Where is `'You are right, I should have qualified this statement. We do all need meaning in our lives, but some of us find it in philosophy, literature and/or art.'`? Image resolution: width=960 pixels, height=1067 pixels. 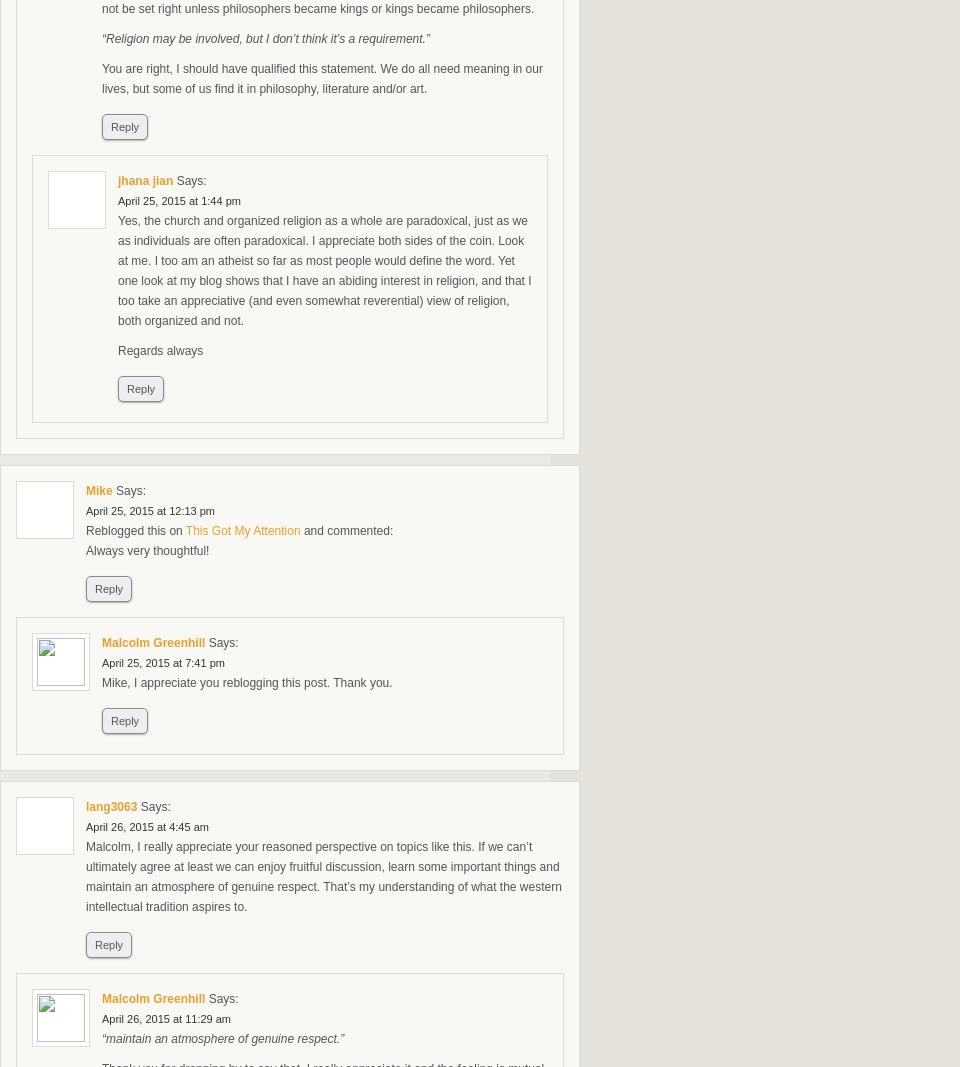
'You are right, I should have qualified this statement. We do all need meaning in our lives, but some of us find it in philosophy, literature and/or art.' is located at coordinates (321, 77).